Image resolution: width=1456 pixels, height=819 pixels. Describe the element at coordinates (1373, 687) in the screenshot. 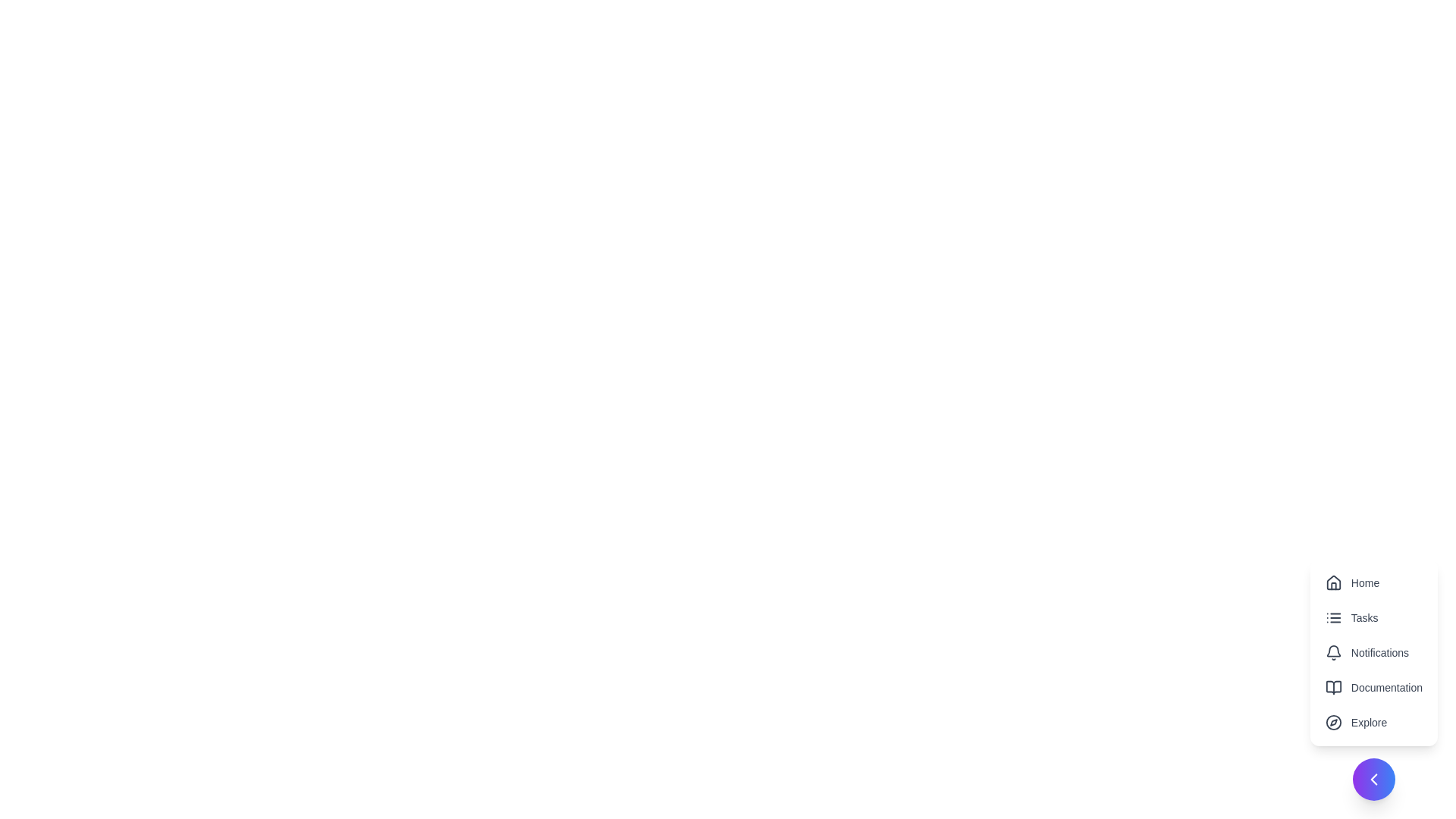

I see `the menu item Documentation from the speed dial options` at that location.